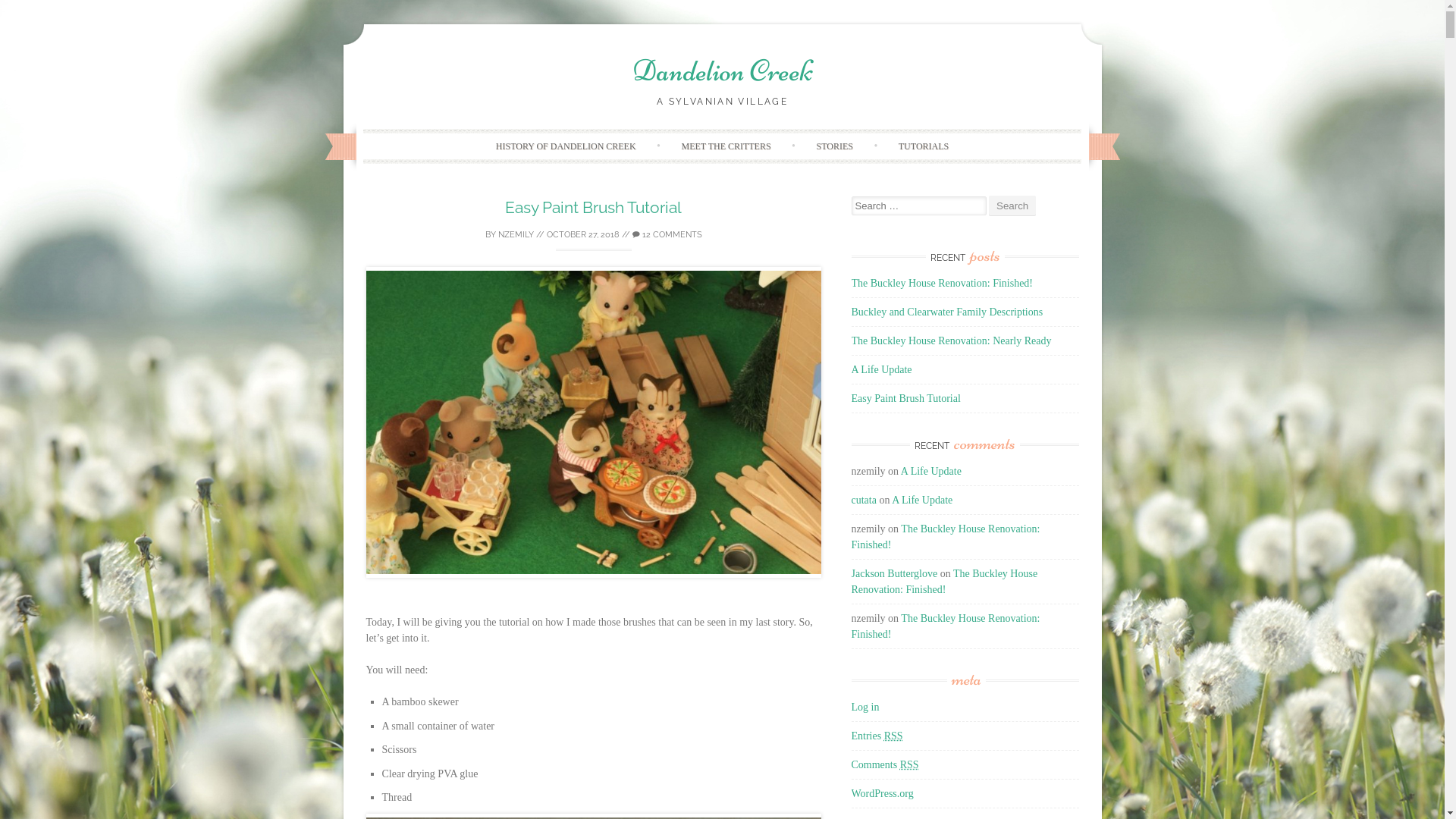 This screenshot has width=1456, height=819. I want to click on 'MEET THE CRITTERS', so click(662, 146).